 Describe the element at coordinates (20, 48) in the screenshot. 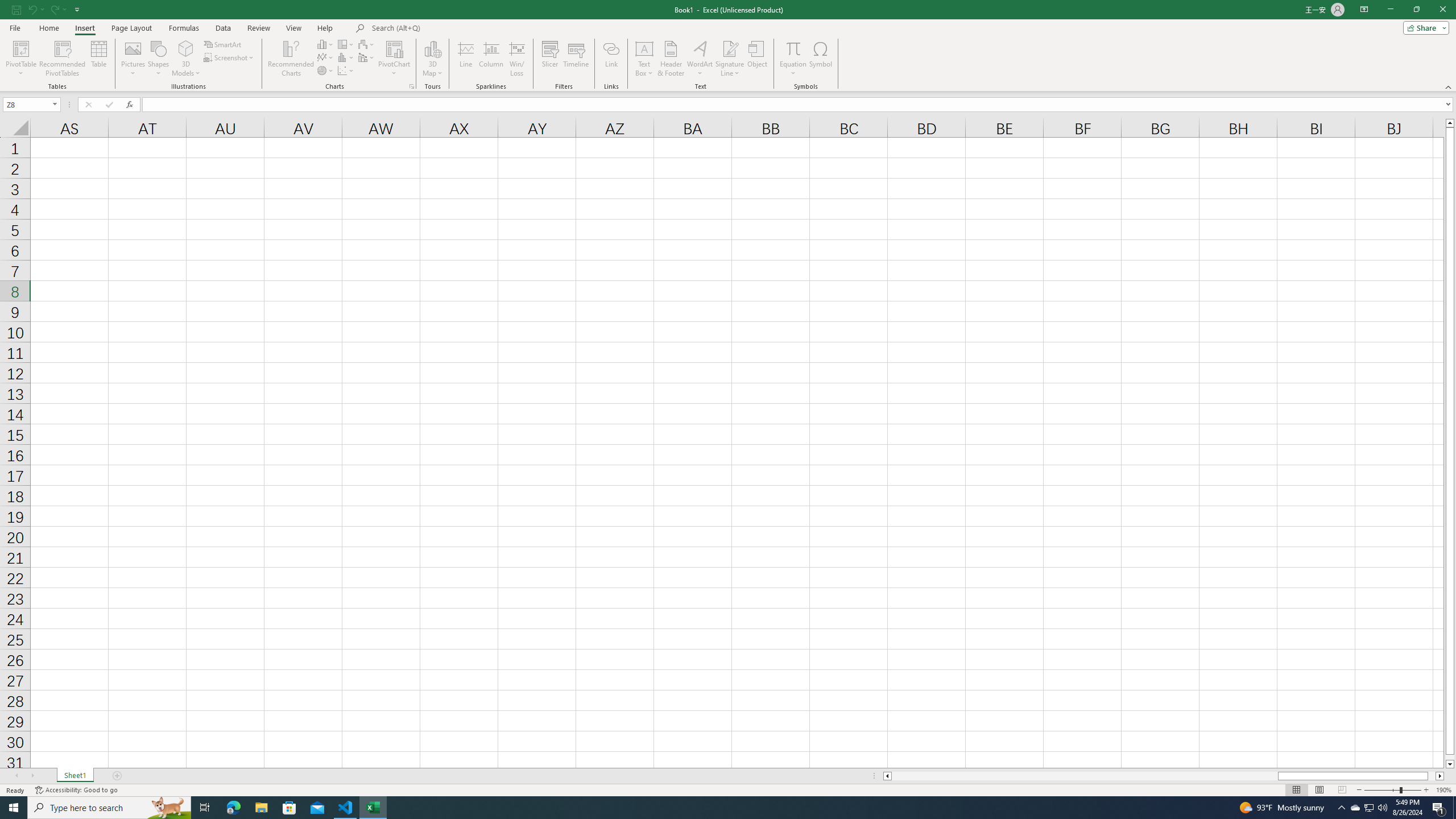

I see `'PivotTable'` at that location.